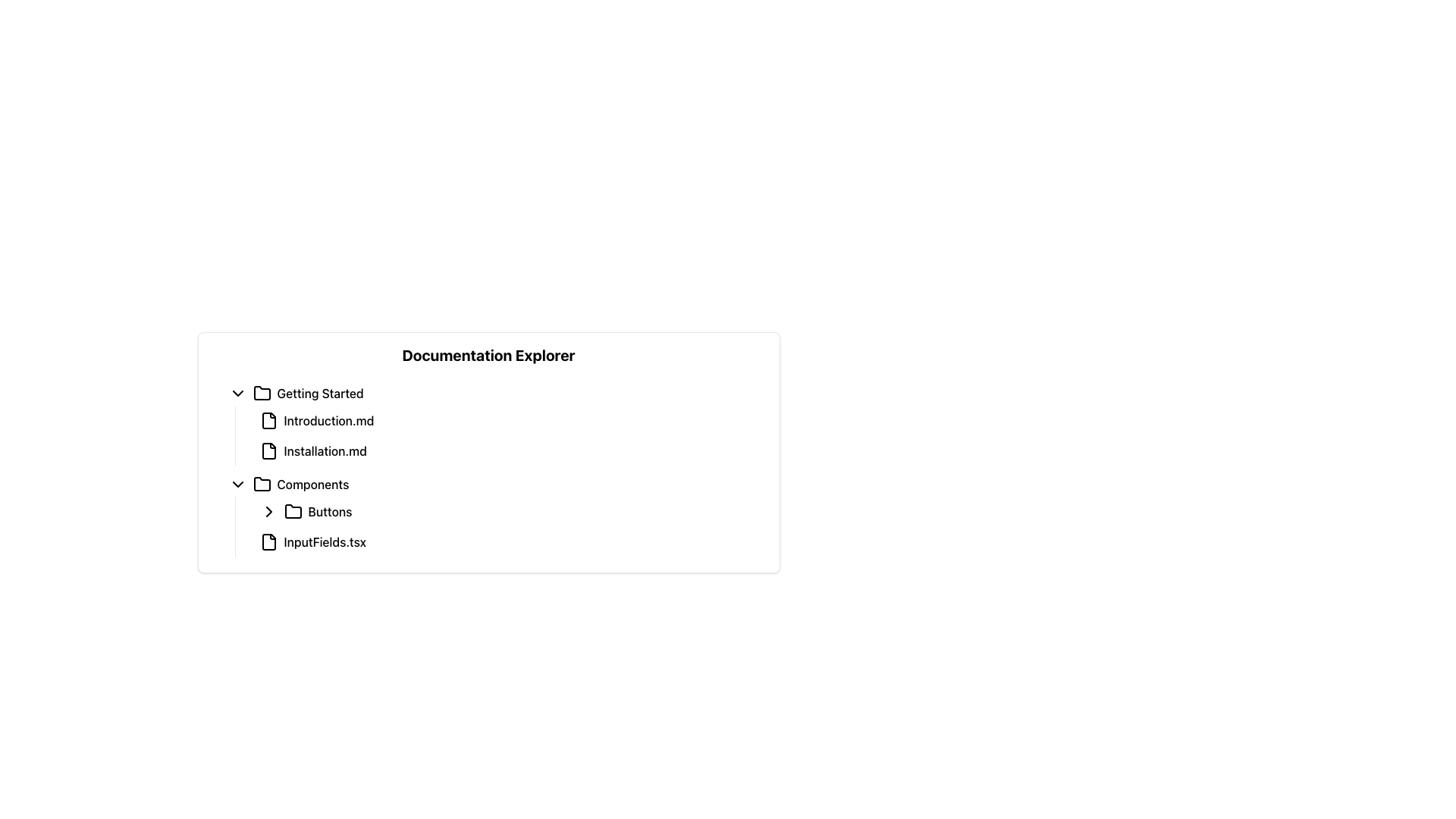 The height and width of the screenshot is (819, 1456). Describe the element at coordinates (268, 450) in the screenshot. I see `the file icon representing 'Installation.md' located in the 'Getting Started' section of the 'Documentation Explorer'` at that location.